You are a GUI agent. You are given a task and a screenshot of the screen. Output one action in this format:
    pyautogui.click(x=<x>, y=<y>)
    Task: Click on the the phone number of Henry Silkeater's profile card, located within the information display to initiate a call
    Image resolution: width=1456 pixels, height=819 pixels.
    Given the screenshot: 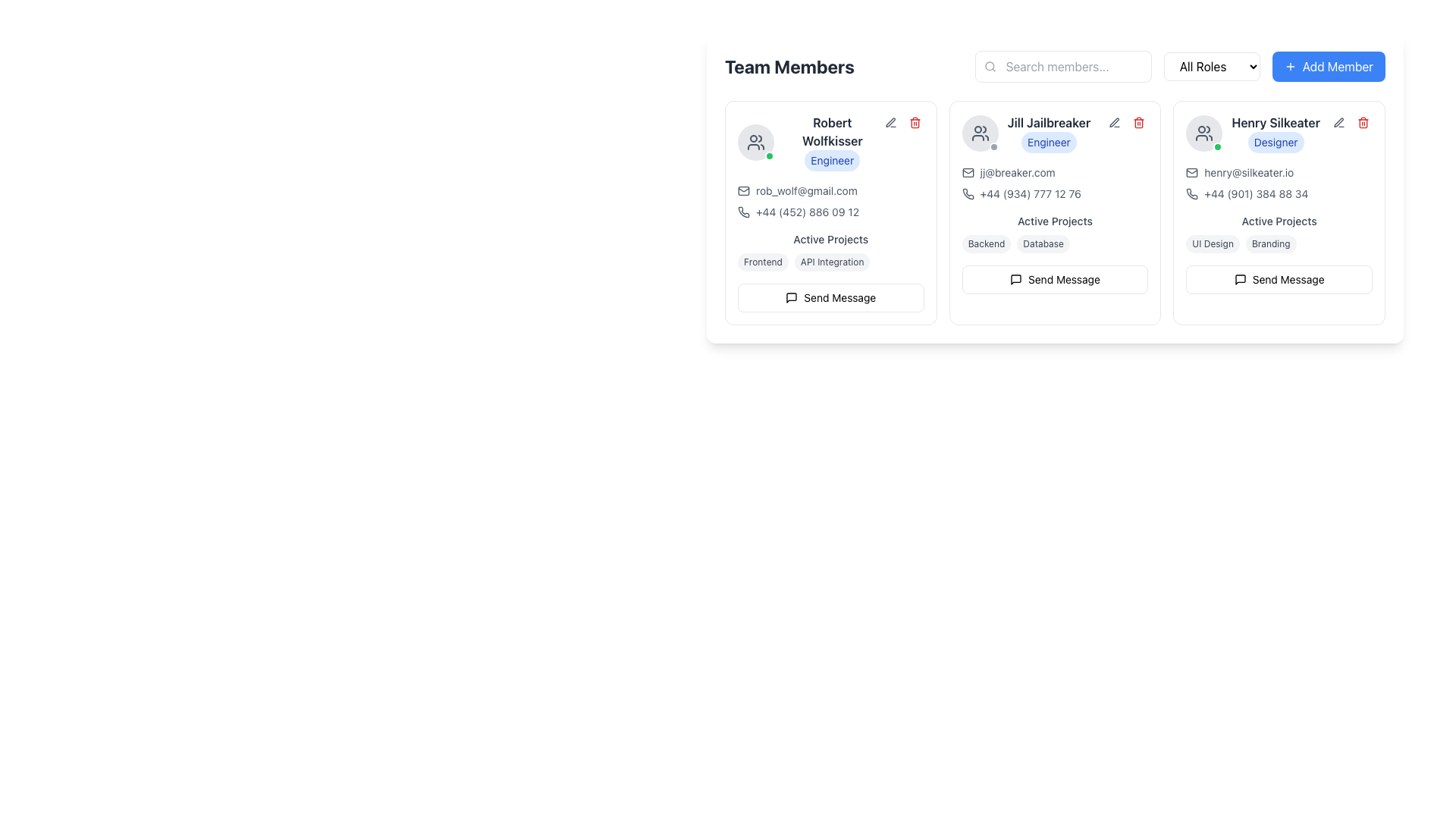 What is the action you would take?
    pyautogui.click(x=1279, y=183)
    